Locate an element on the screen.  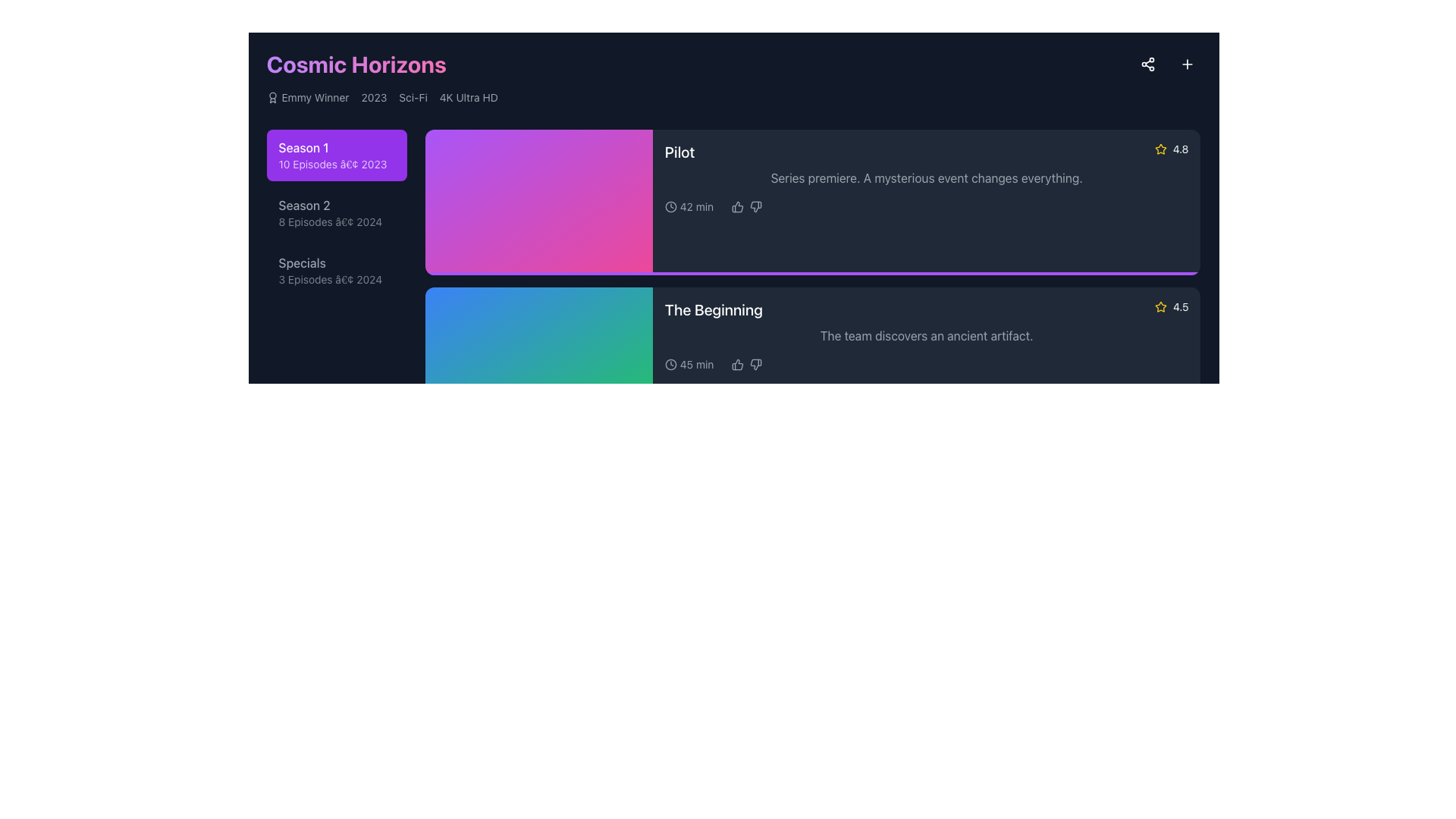
the thumbs-up icon for positive feedback on the 'Pilot' episode, which is part of the interactive feedback mechanism located adjacent to the time duration is located at coordinates (747, 207).